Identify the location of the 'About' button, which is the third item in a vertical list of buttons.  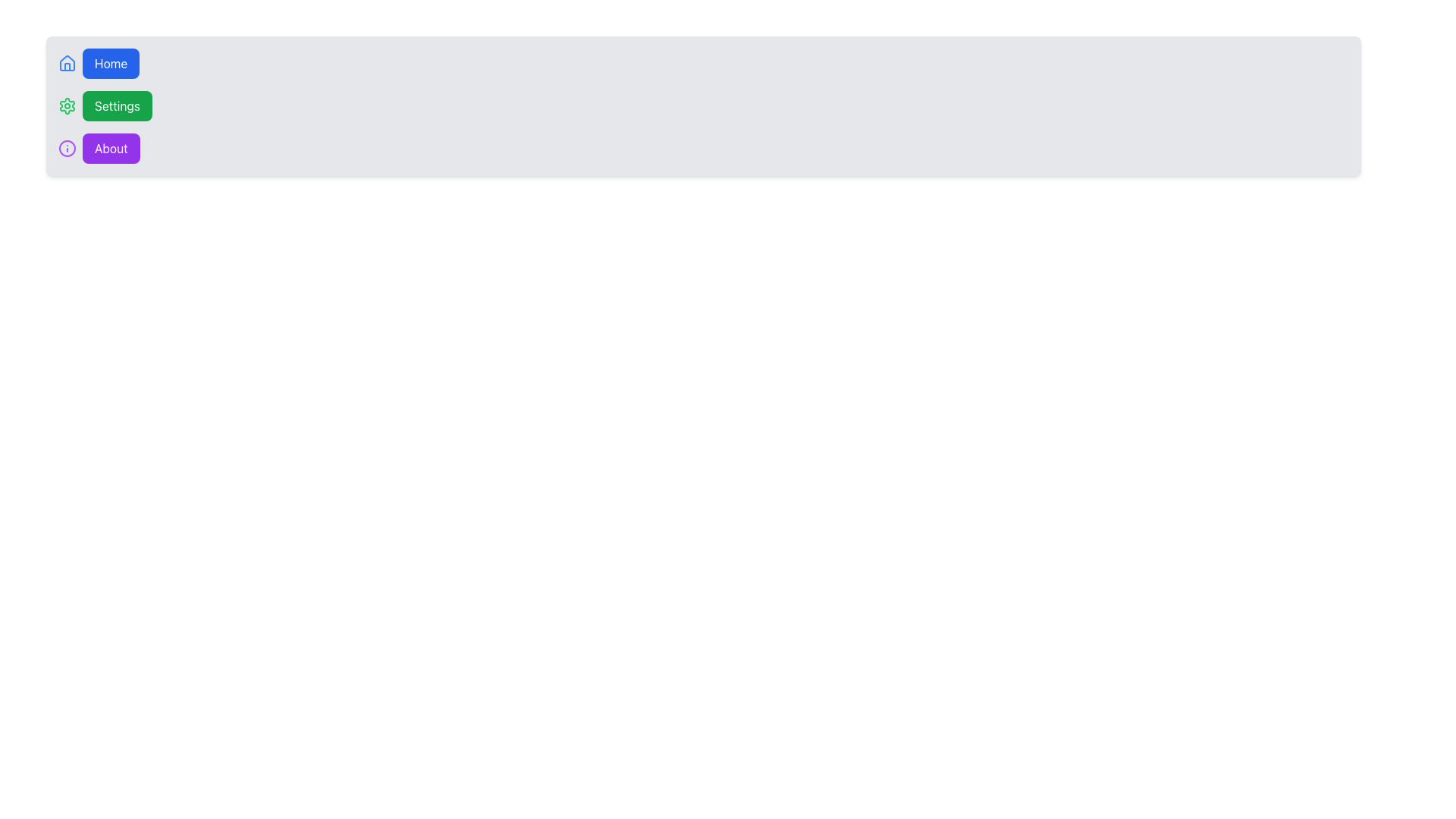
(98, 149).